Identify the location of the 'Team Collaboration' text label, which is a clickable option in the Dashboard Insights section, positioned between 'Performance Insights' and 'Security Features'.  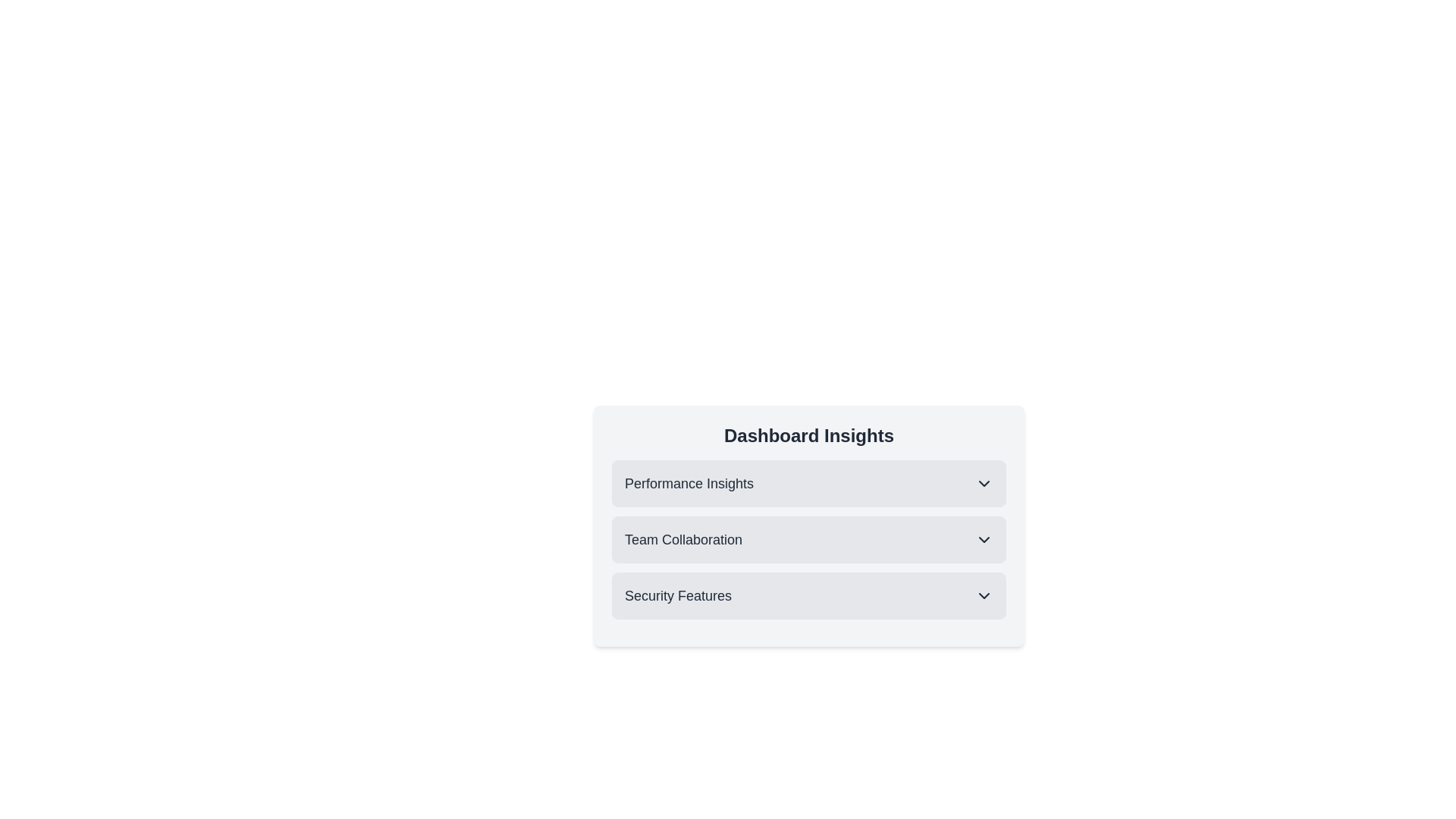
(682, 539).